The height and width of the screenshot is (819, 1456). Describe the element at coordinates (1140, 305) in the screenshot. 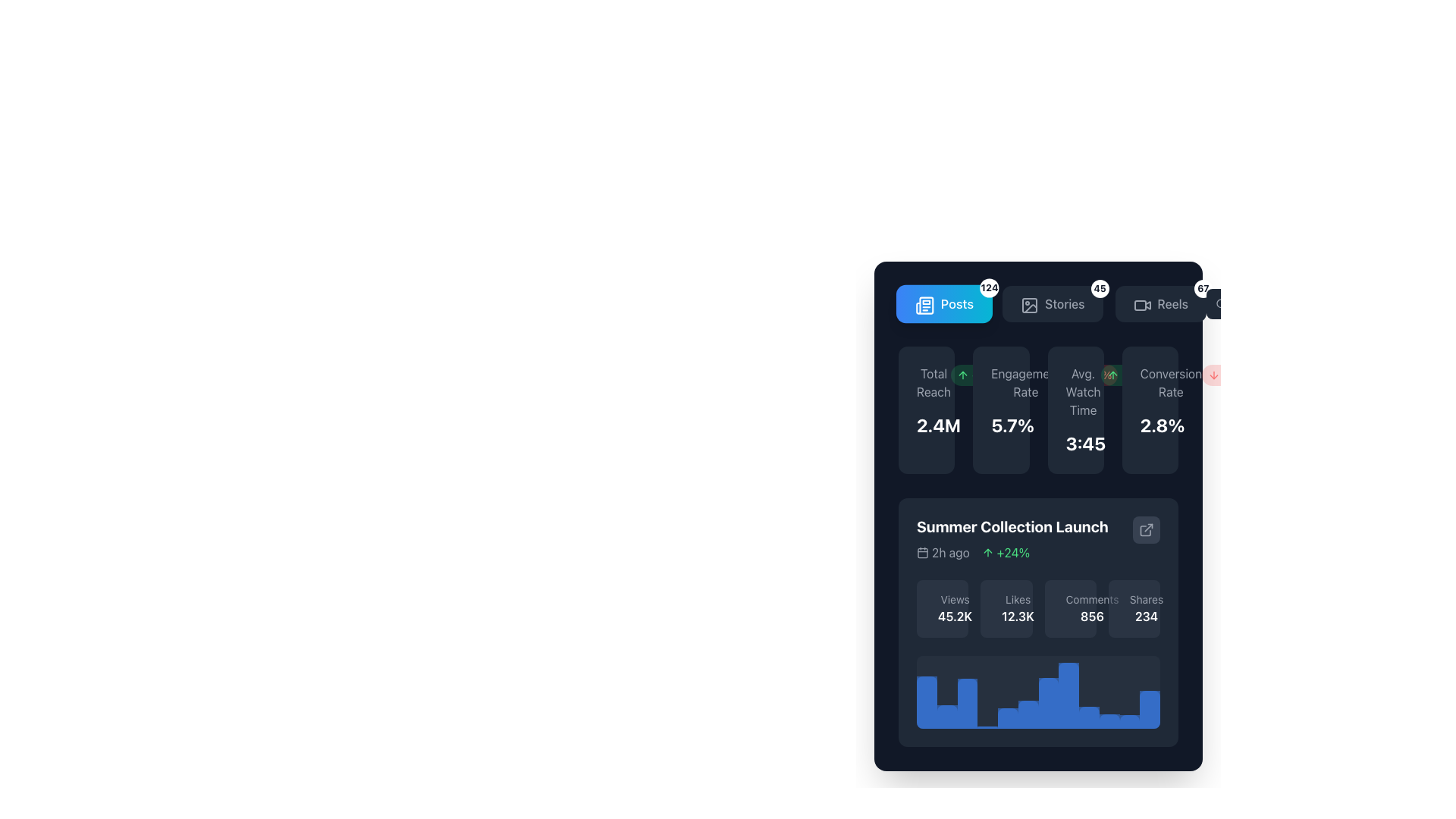

I see `the decorative video icon located in the top right section of the interface` at that location.